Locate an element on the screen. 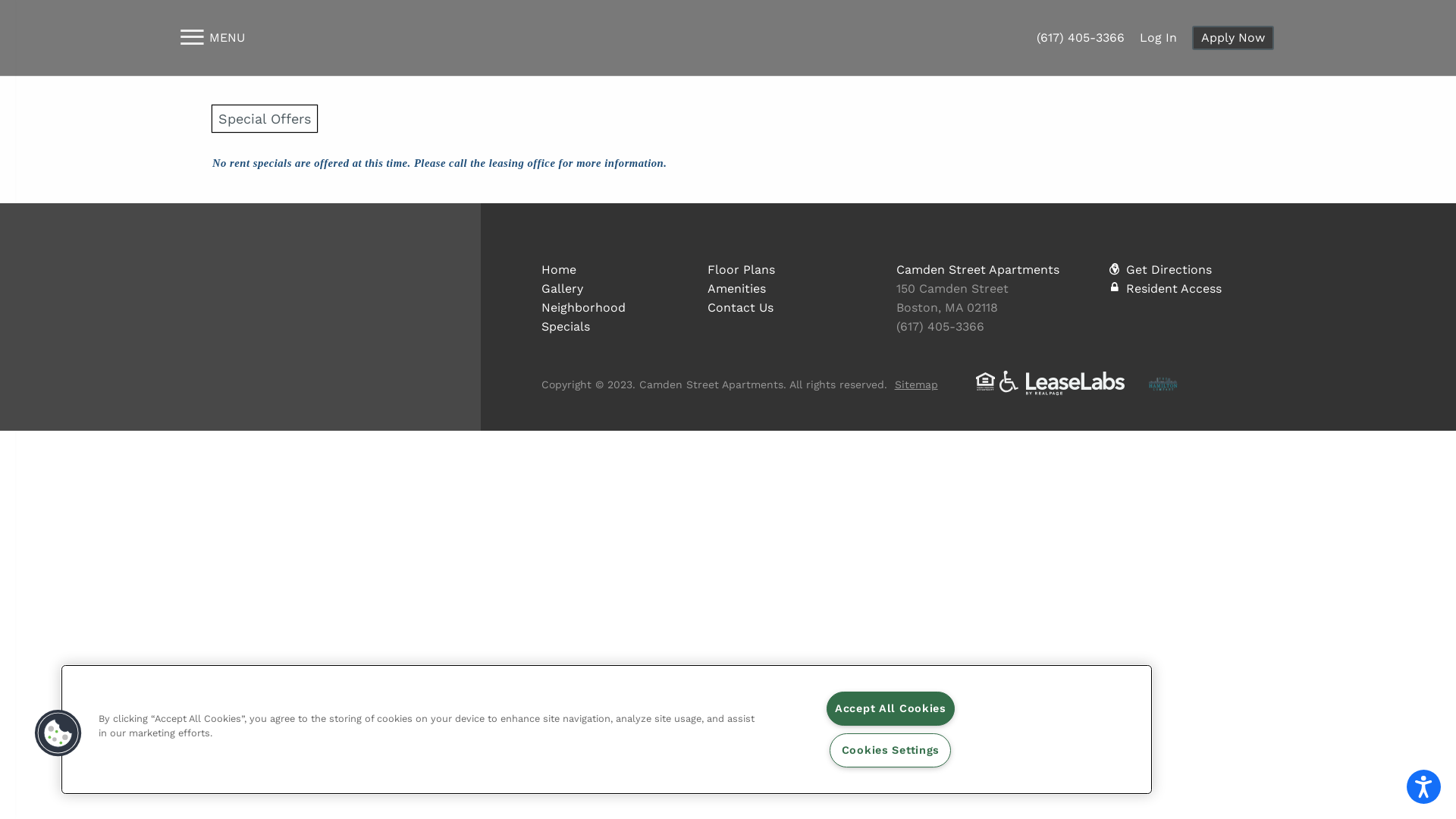 The image size is (1456, 819). 'Floor Plans' is located at coordinates (741, 268).